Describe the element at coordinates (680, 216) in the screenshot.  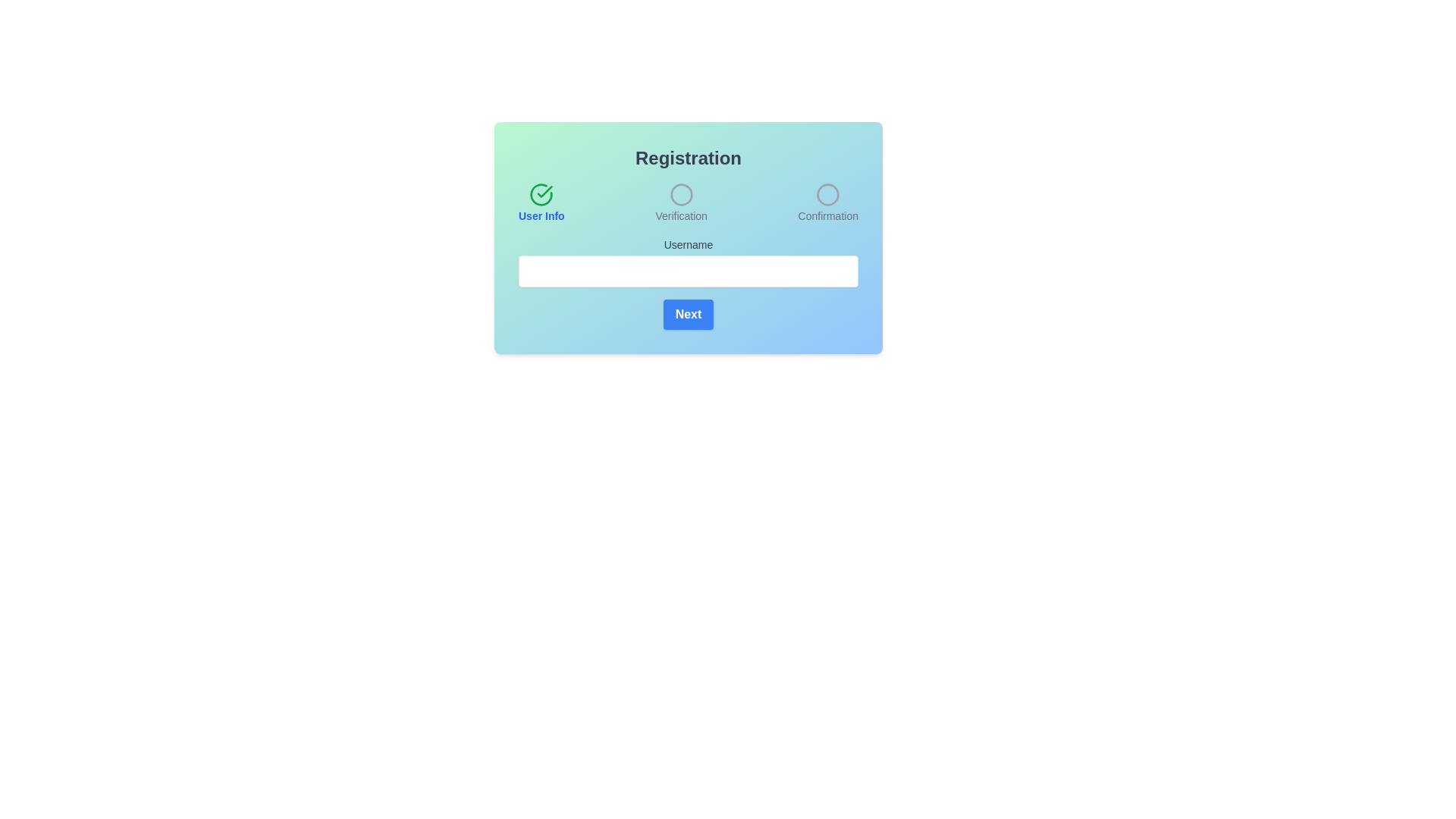
I see `the text label displaying 'Verification', which is styled in gray and positioned as part of a step indicator in the registration form` at that location.